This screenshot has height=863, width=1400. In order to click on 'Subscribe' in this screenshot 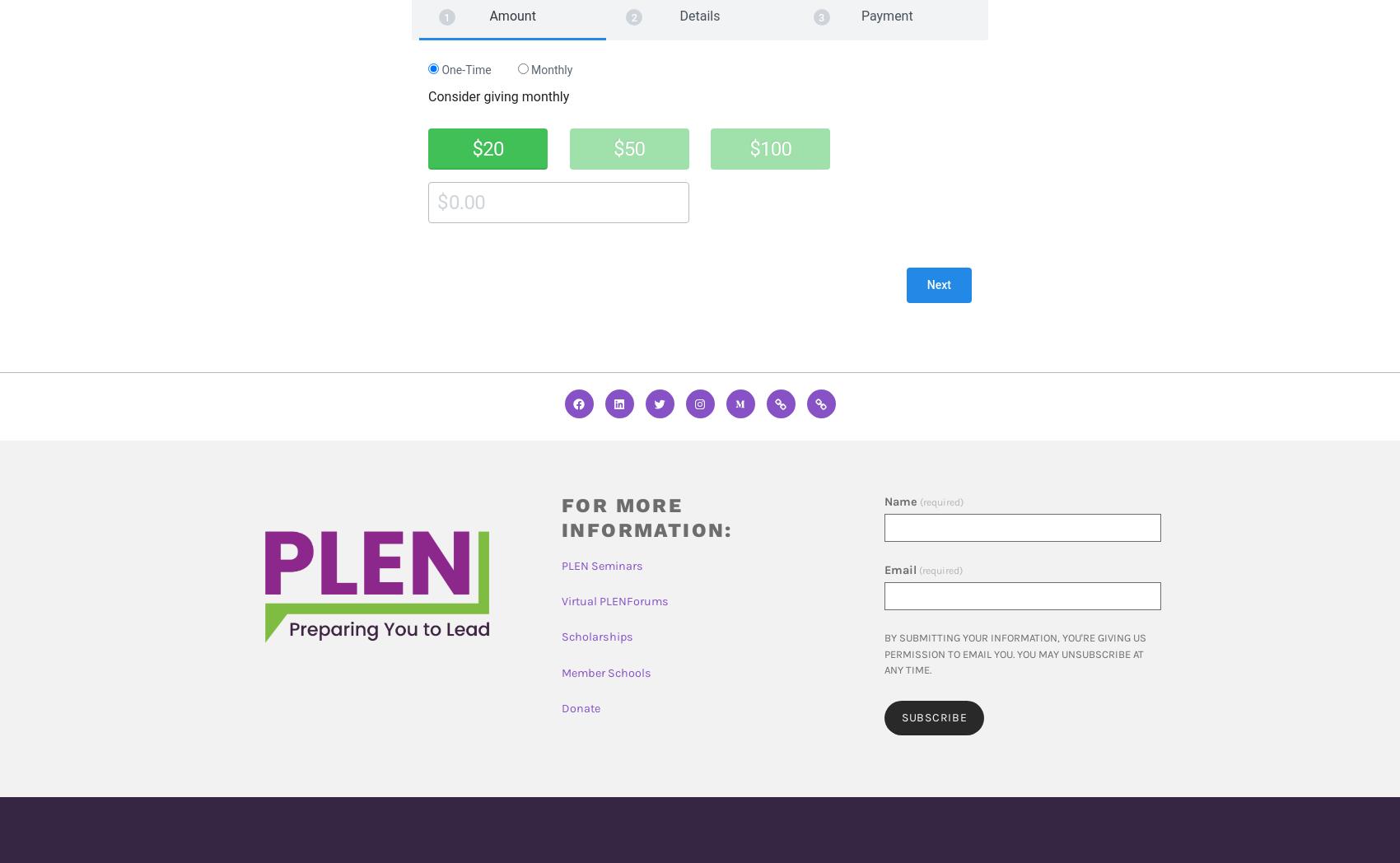, I will do `click(934, 717)`.